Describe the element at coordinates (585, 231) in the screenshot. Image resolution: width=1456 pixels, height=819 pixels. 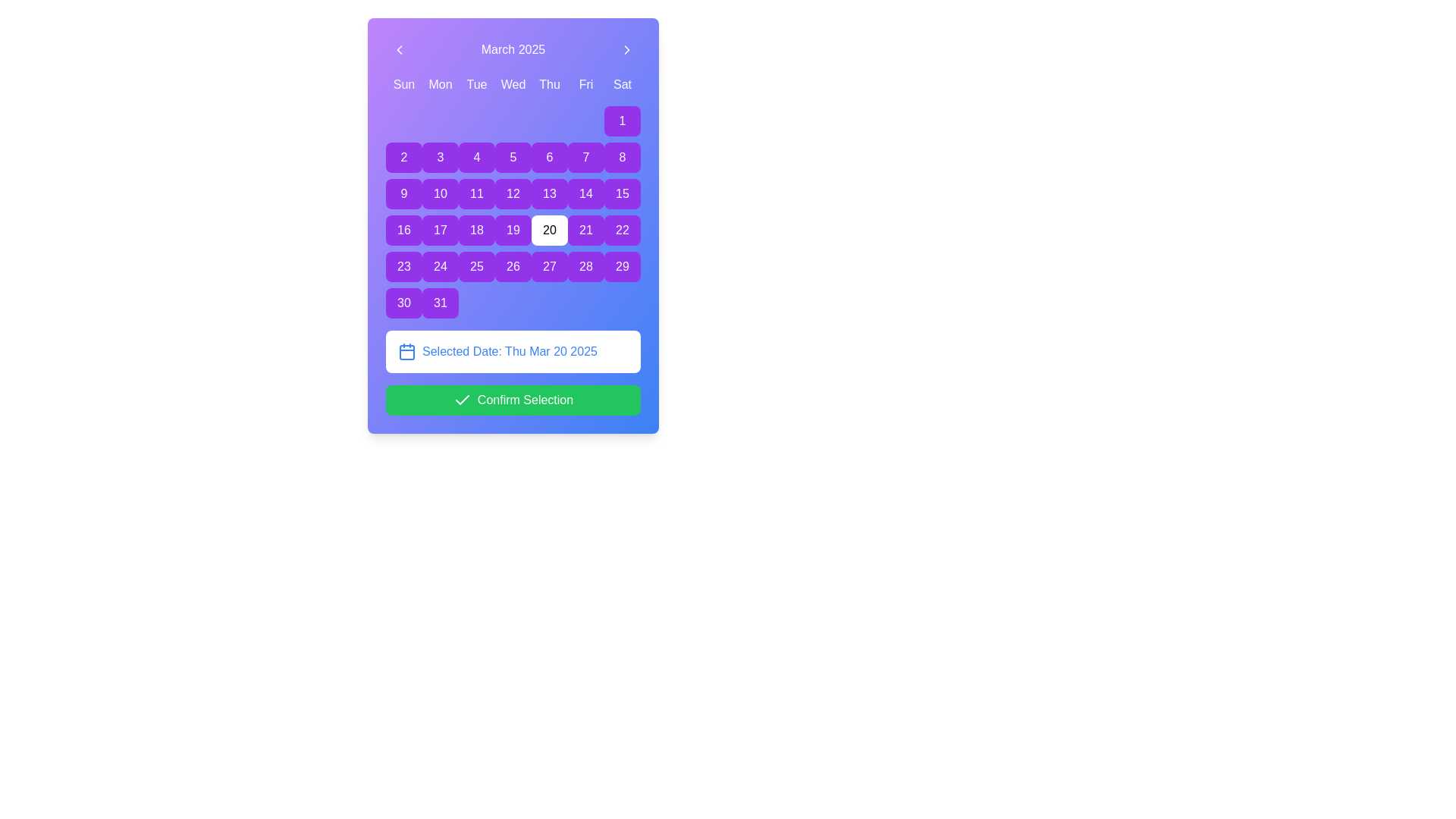
I see `the button representing the date '21' in the calendar interface` at that location.